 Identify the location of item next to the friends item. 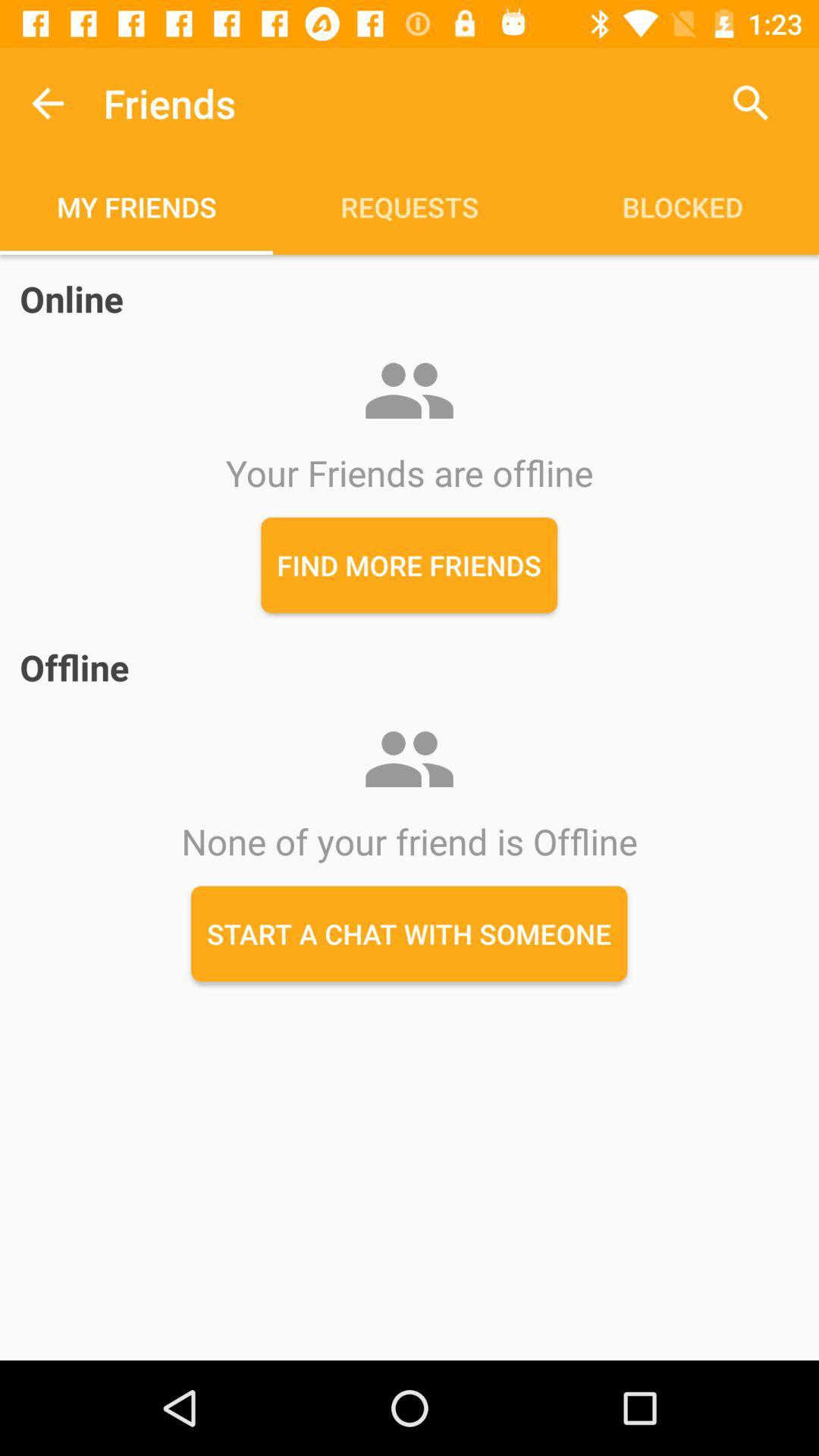
(751, 102).